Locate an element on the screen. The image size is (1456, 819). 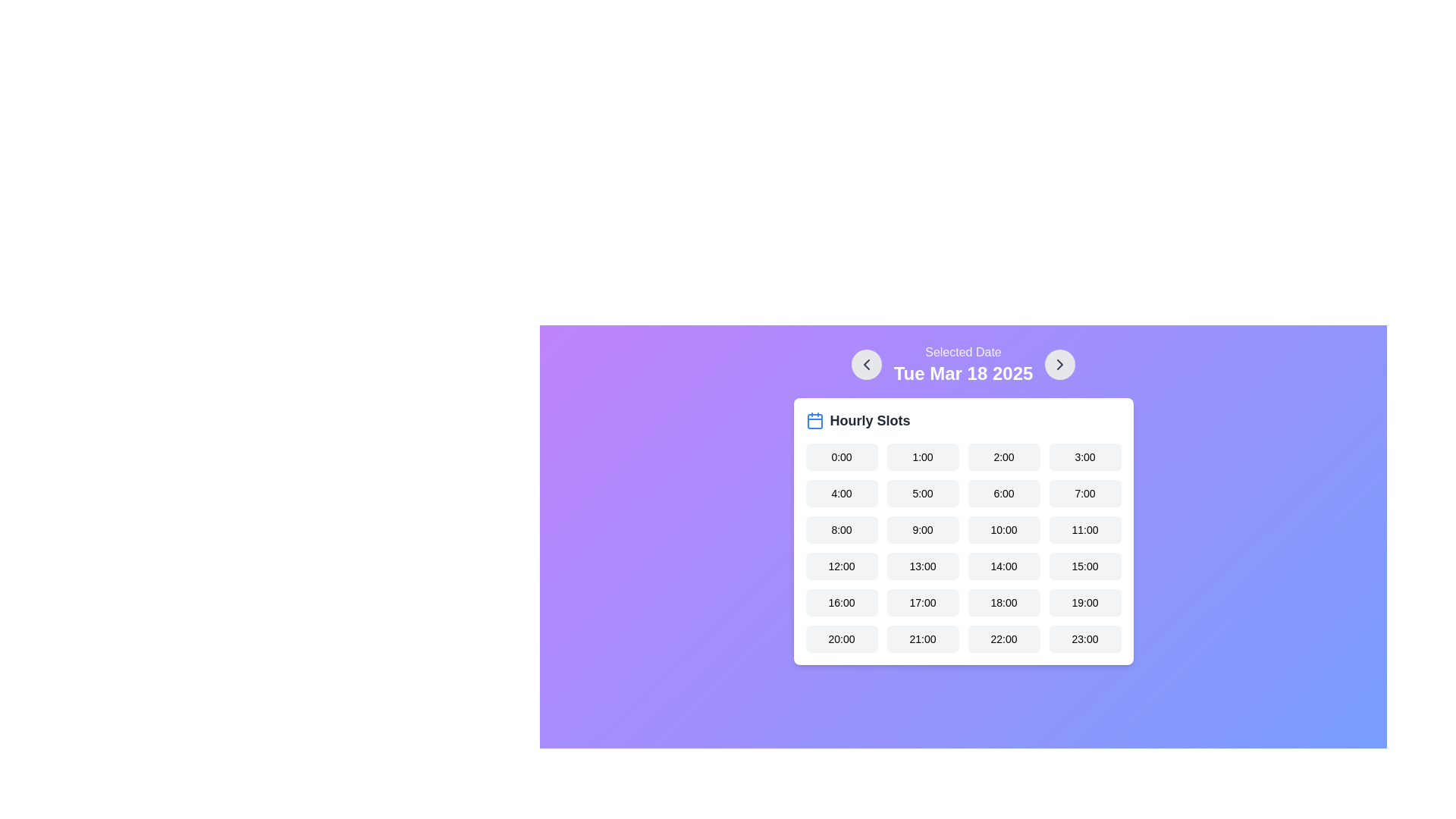
the rectangular button labeled '17:00' in the fifth row and second column of the 'Hourly Slots' section is located at coordinates (922, 601).